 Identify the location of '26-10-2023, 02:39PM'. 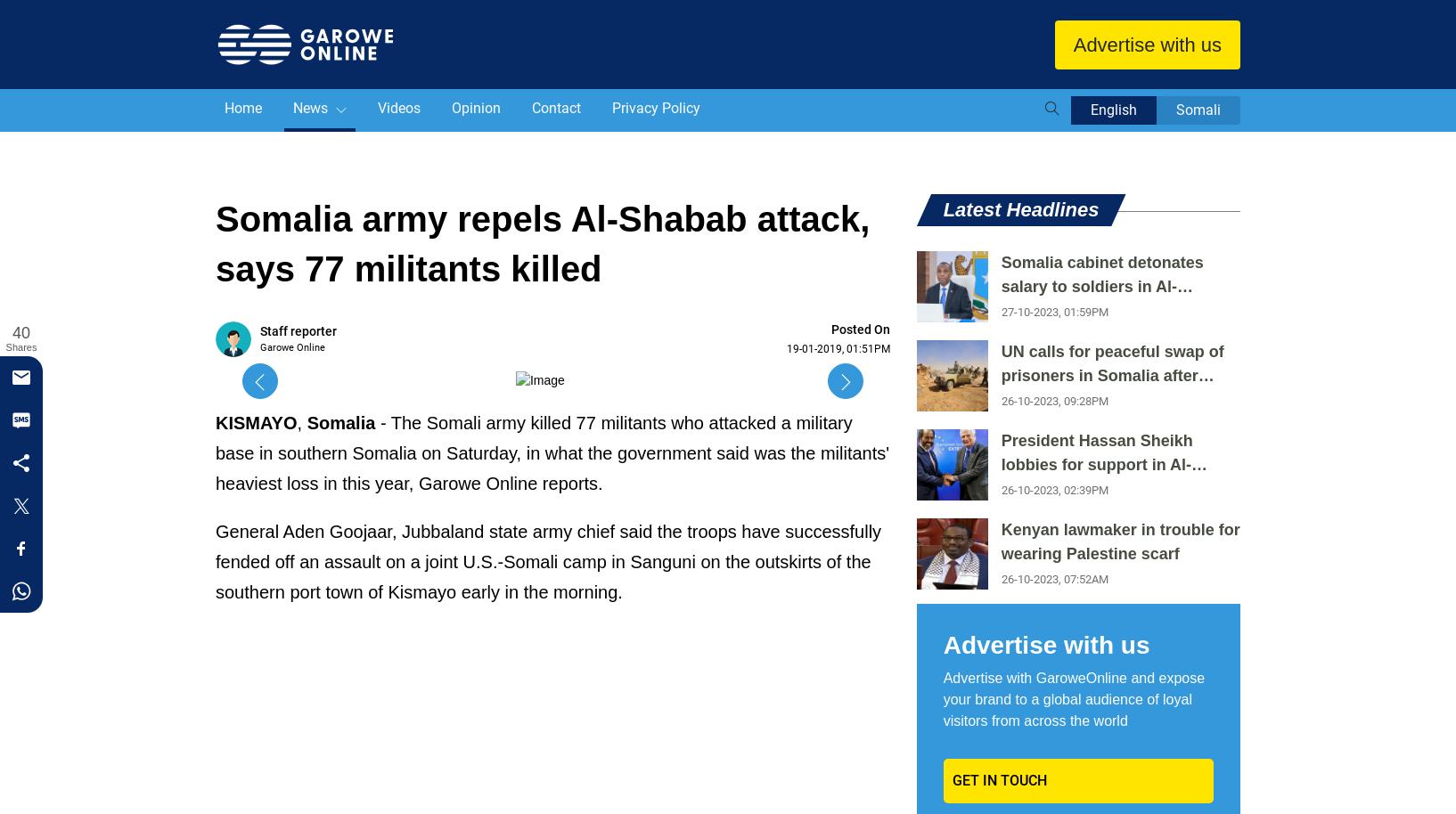
(1053, 490).